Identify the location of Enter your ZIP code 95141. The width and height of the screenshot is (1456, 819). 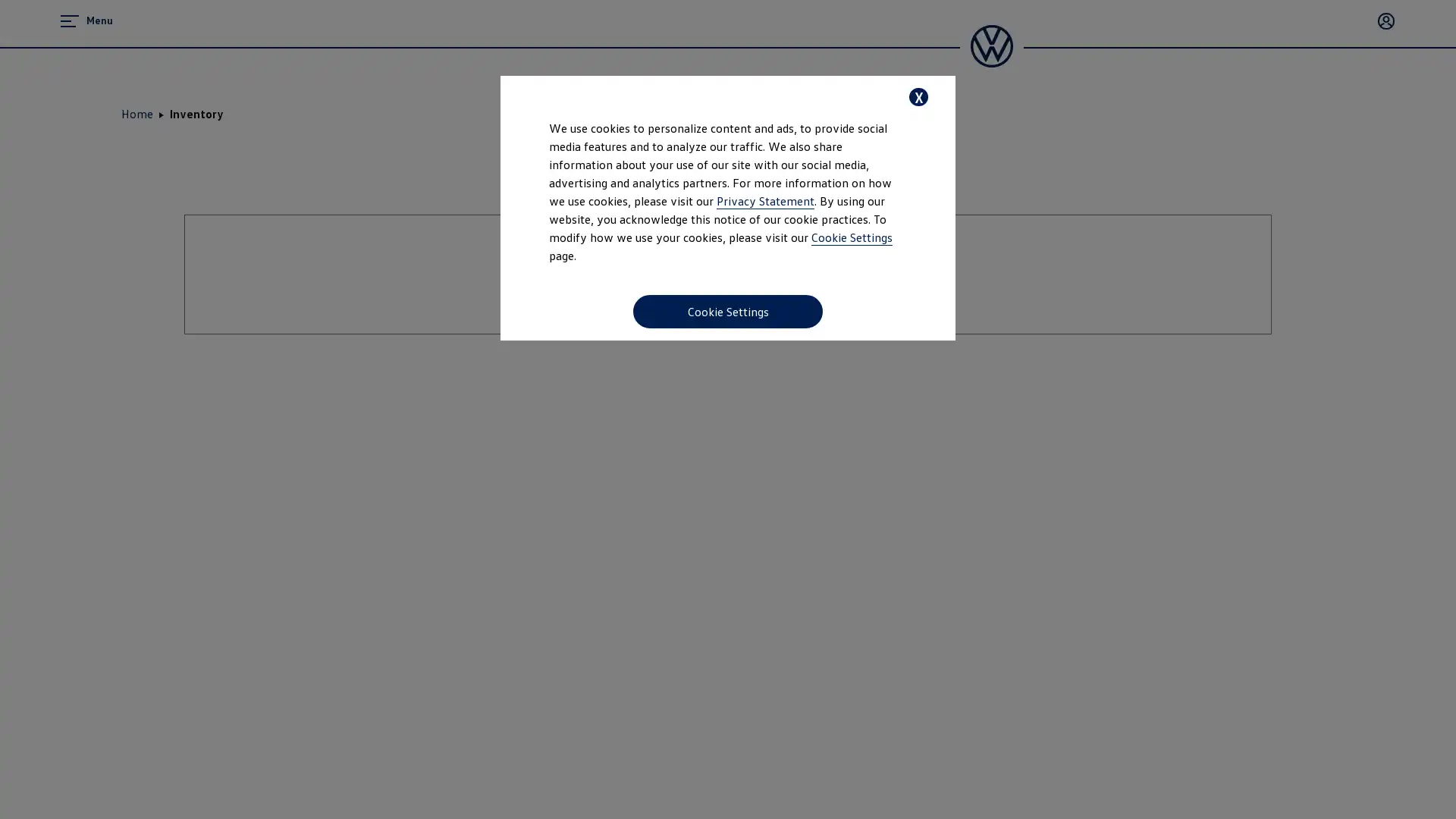
(839, 424).